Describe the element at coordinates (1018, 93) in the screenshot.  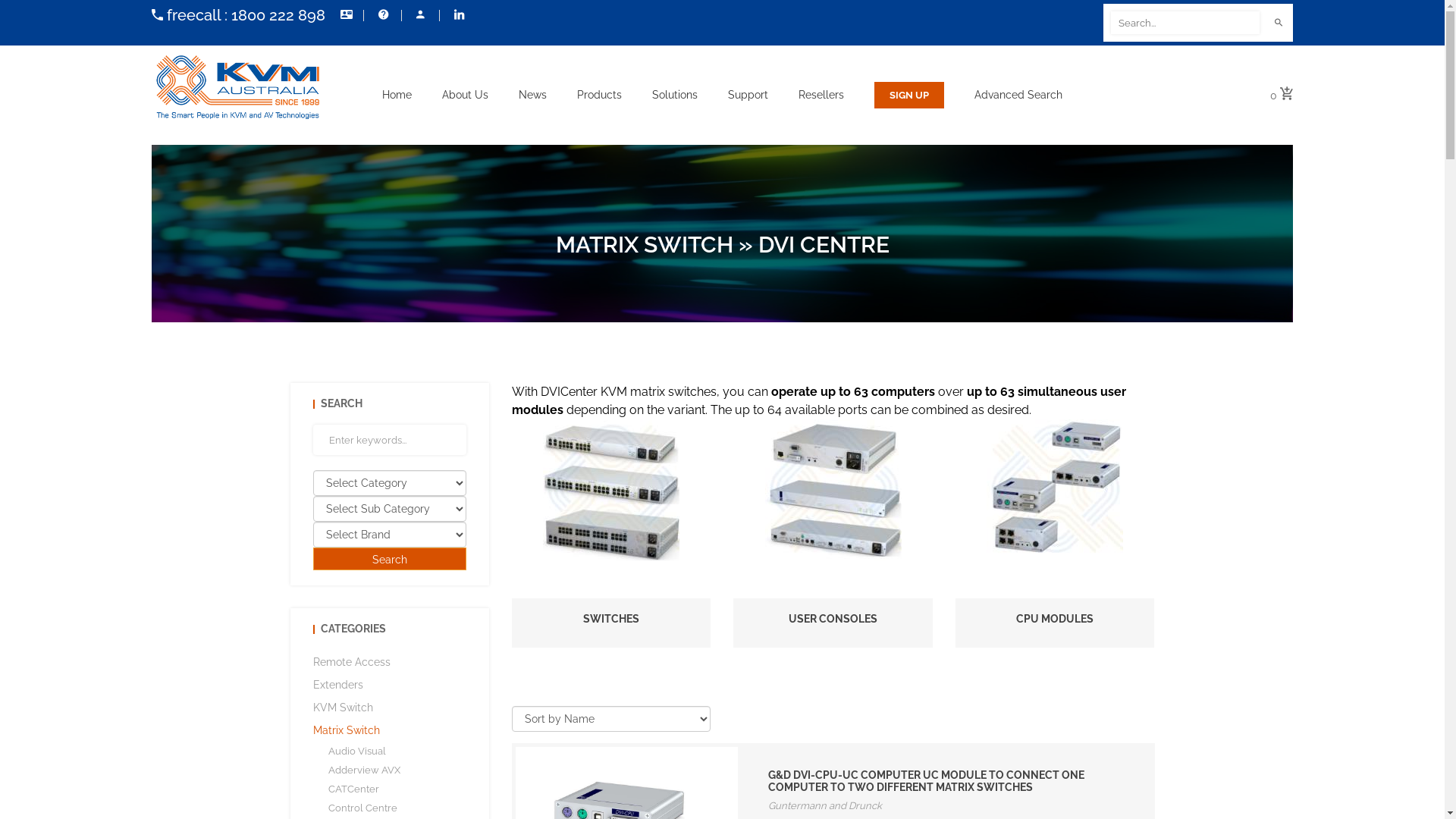
I see `'Advanced Search'` at that location.